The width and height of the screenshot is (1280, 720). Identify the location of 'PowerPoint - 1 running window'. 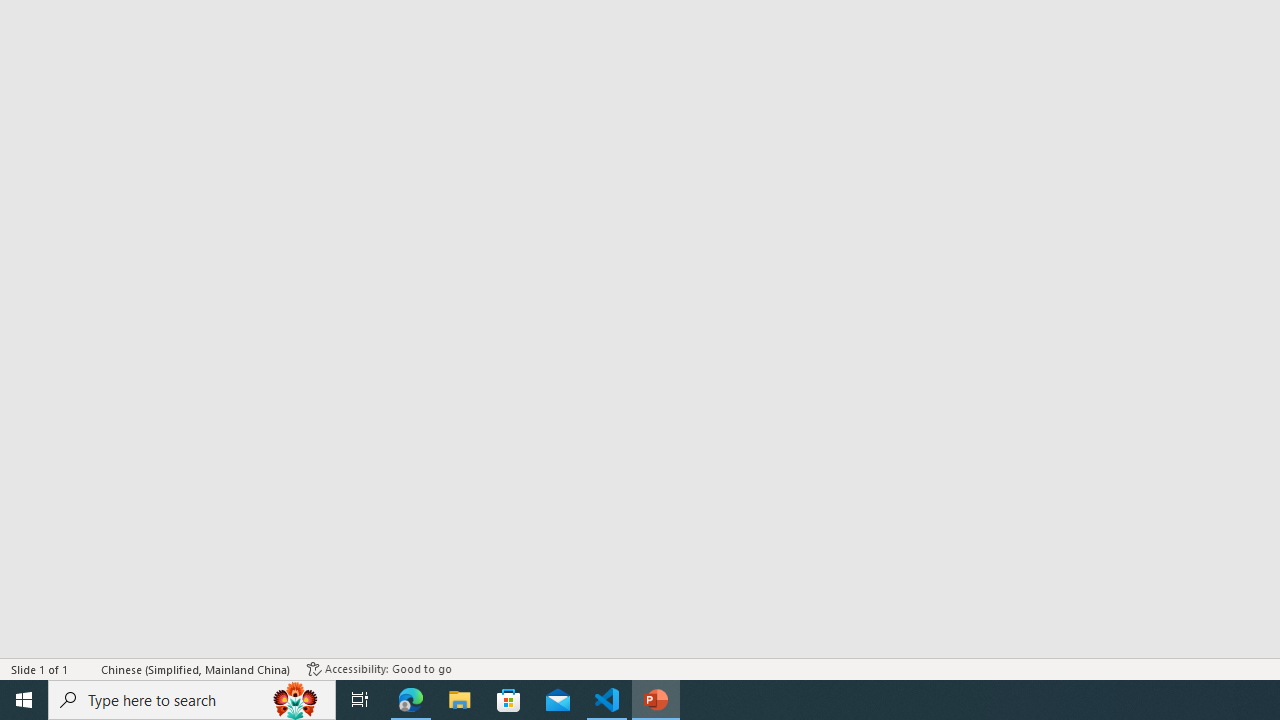
(656, 698).